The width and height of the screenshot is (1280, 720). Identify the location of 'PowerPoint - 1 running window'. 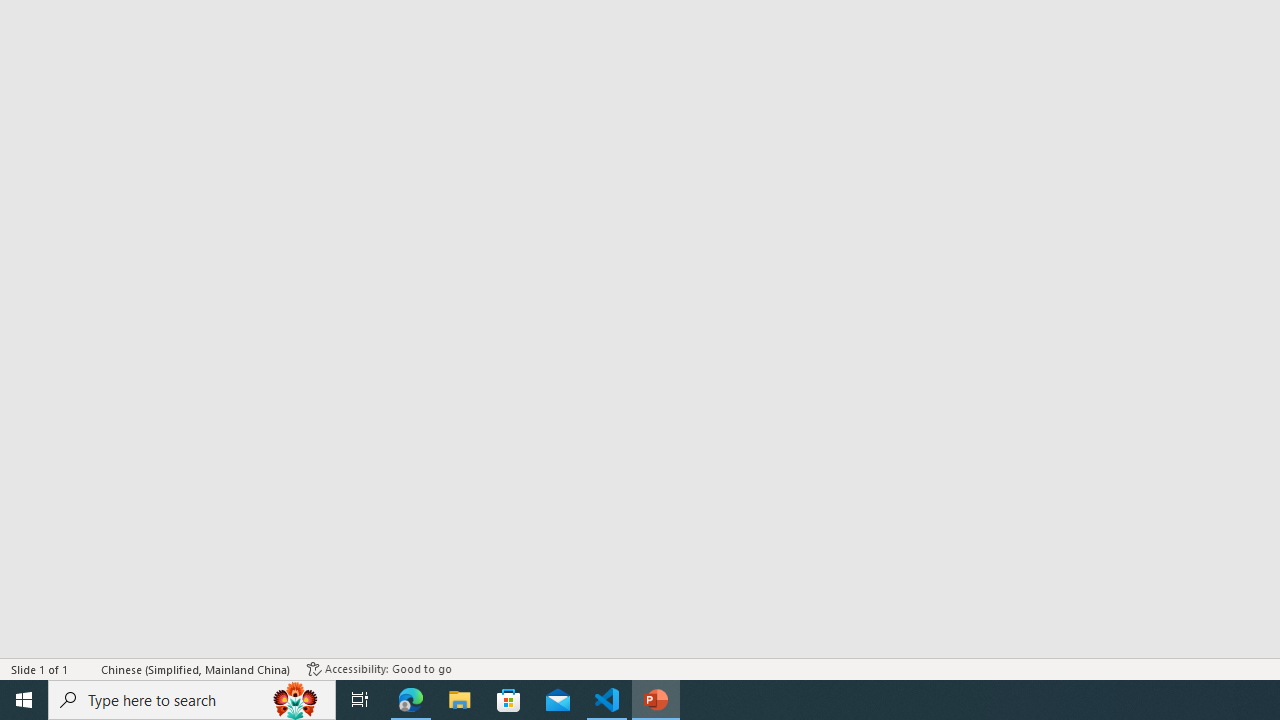
(656, 698).